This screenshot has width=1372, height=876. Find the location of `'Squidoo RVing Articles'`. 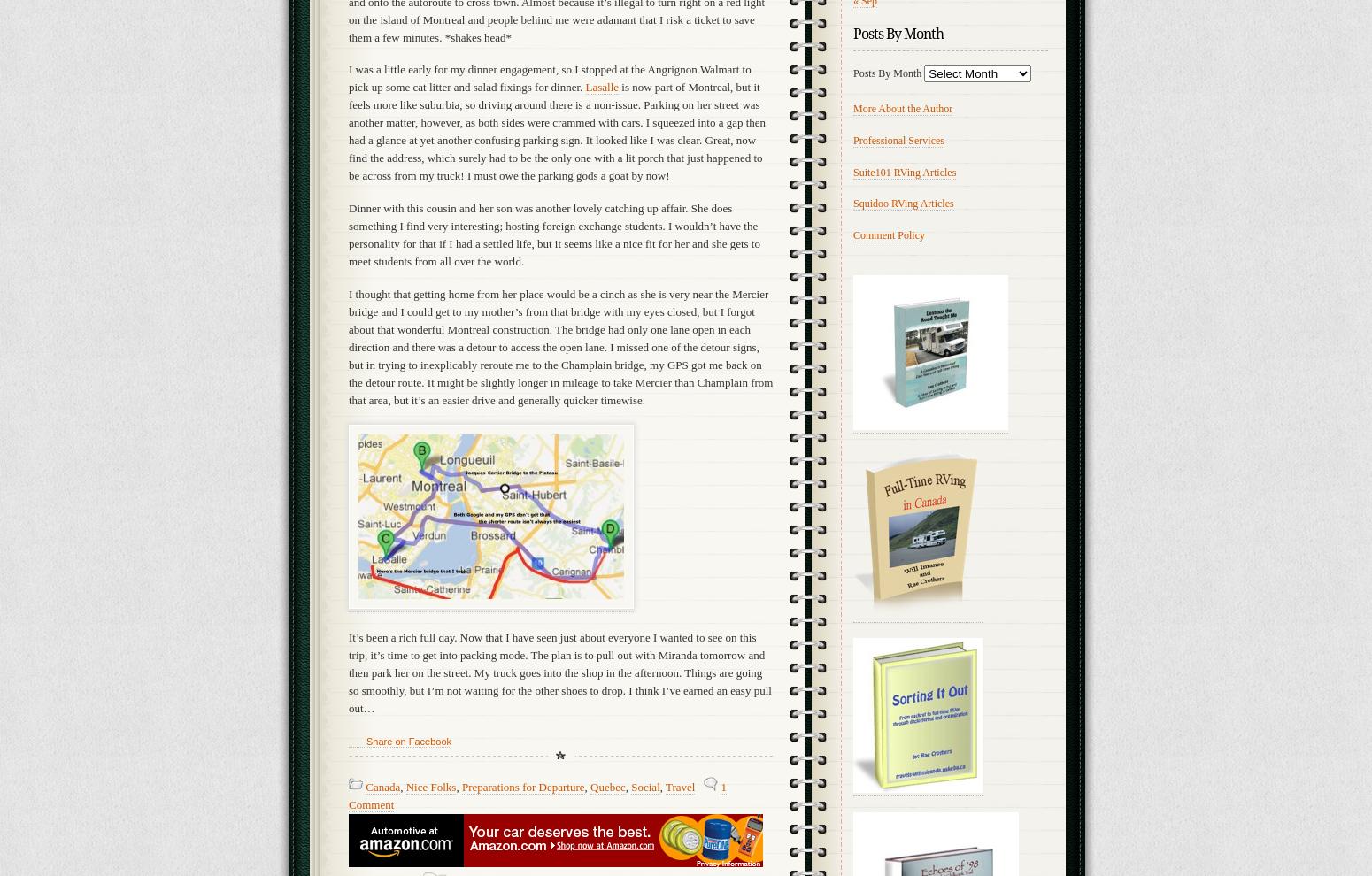

'Squidoo RVing Articles' is located at coordinates (903, 202).